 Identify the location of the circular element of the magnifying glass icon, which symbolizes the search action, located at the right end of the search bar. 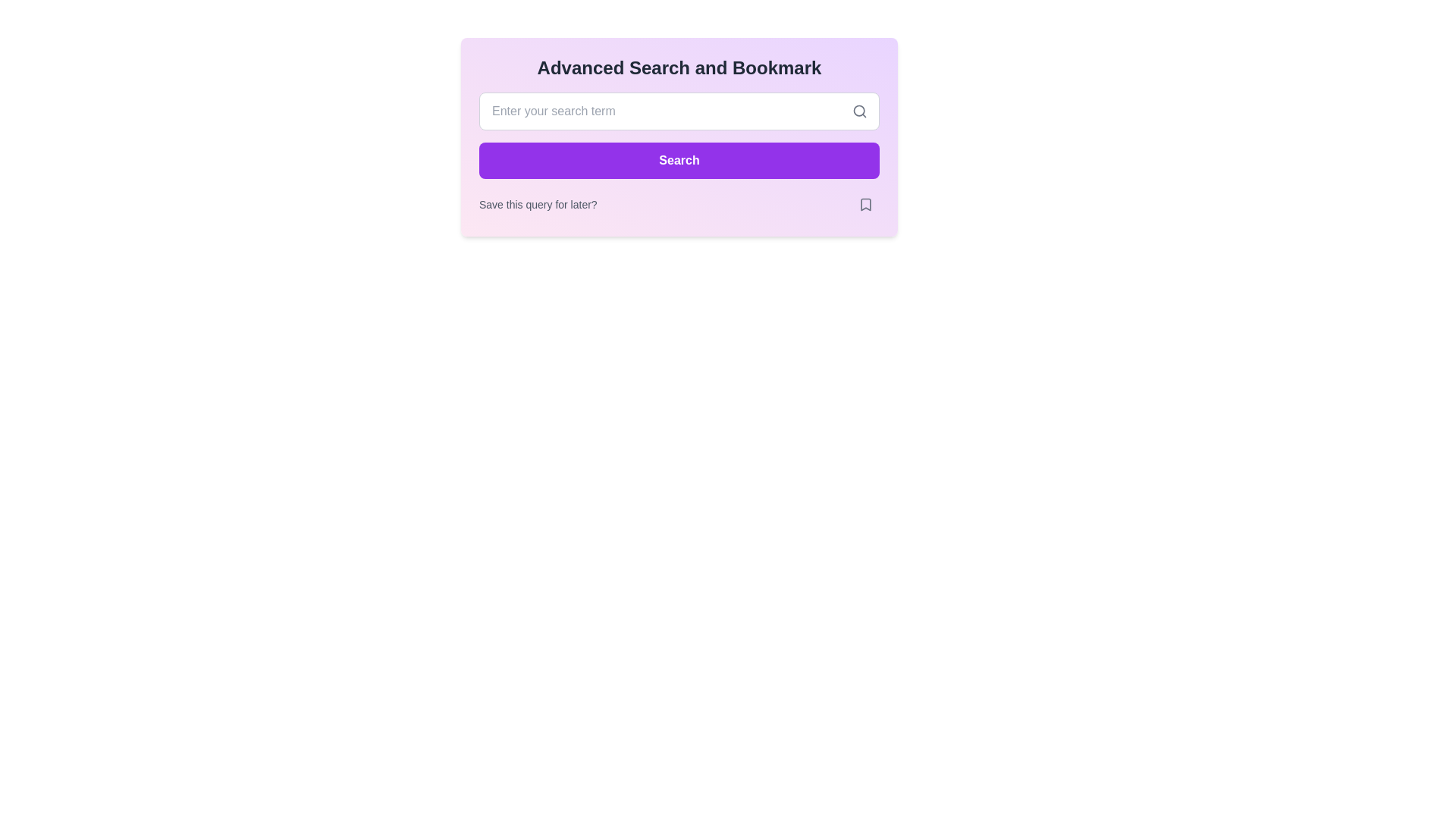
(859, 110).